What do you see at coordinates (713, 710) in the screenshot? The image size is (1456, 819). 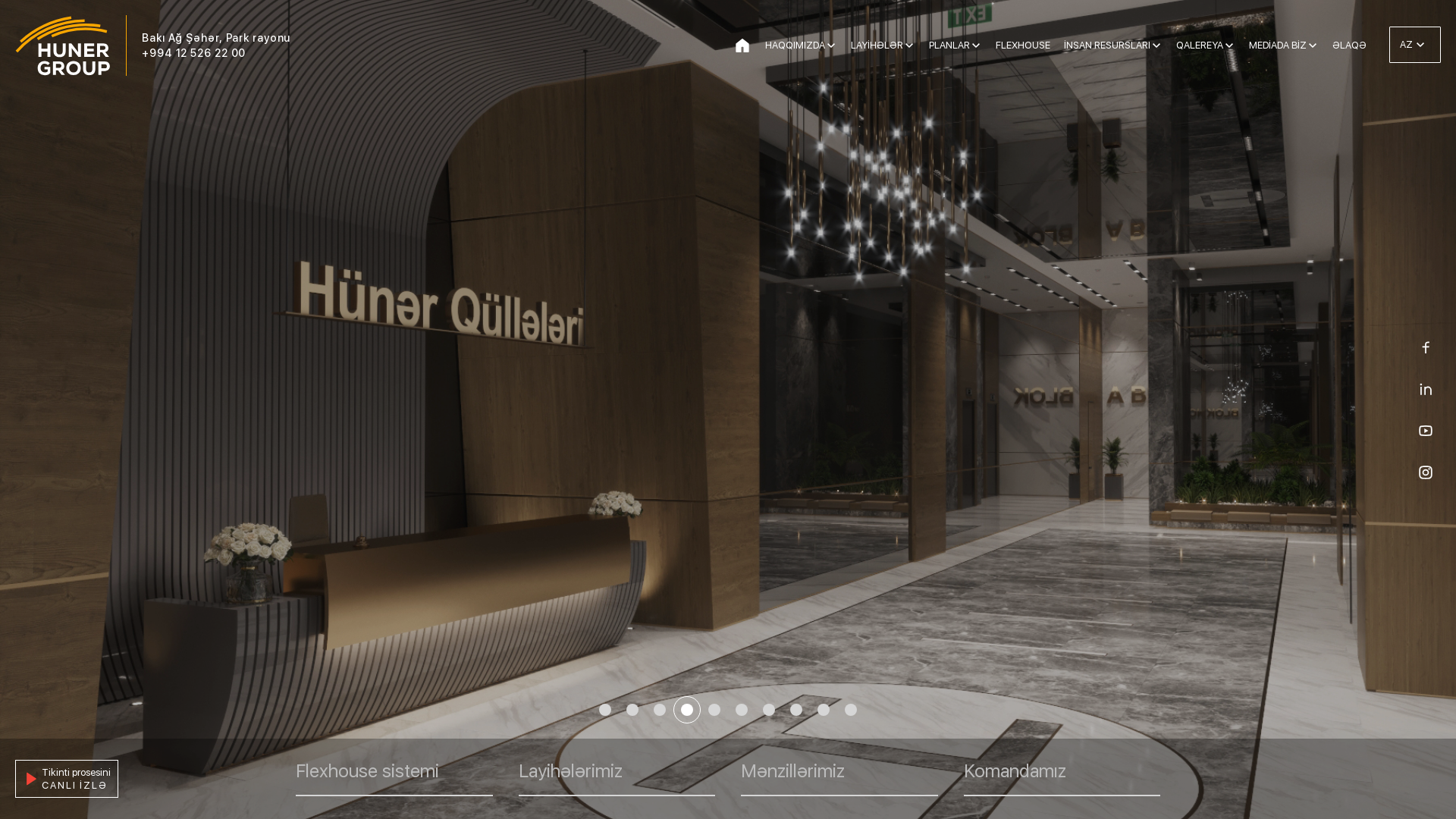 I see `'5'` at bounding box center [713, 710].